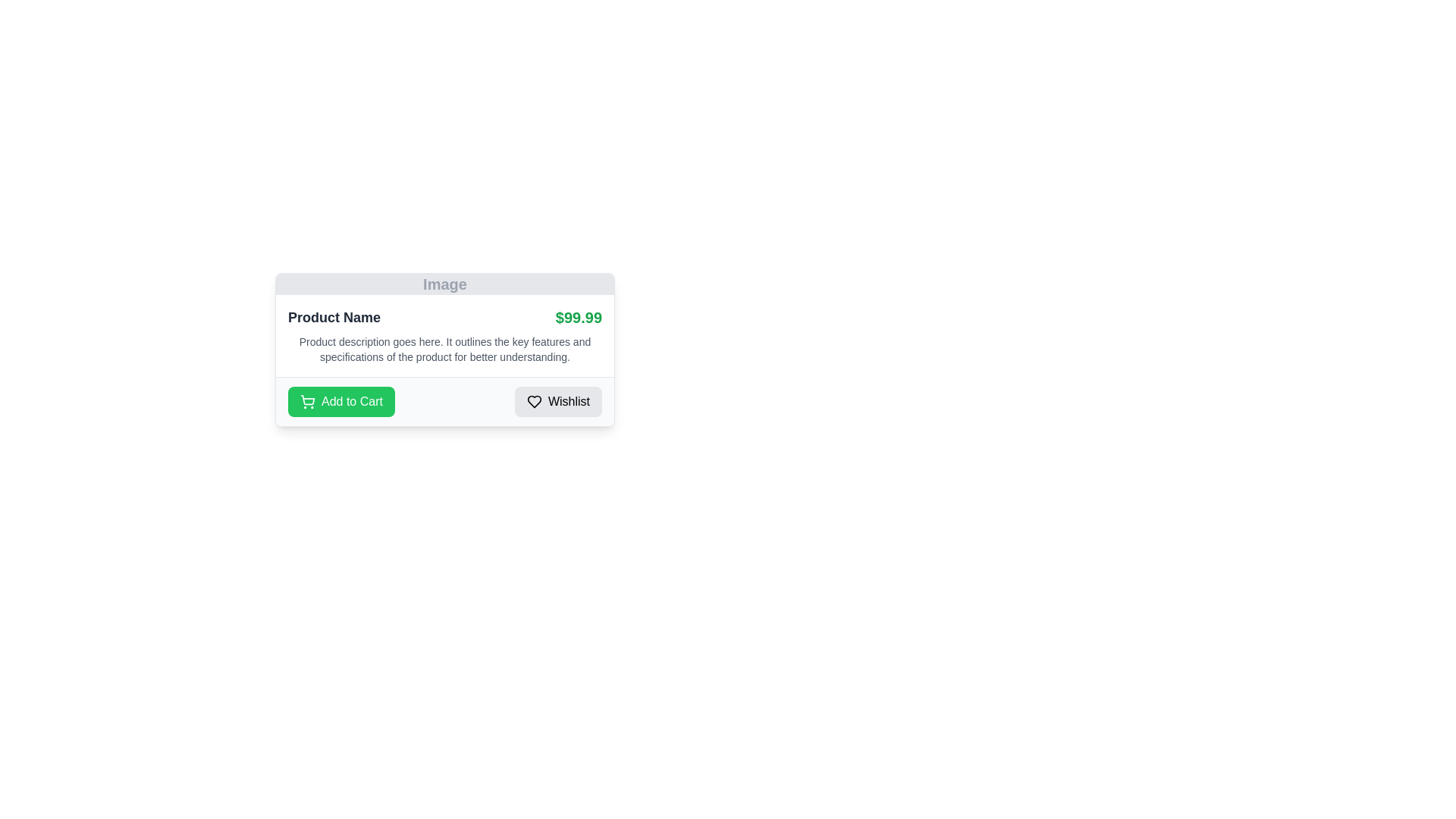  Describe the element at coordinates (351, 400) in the screenshot. I see `the text label that indicates 'Add to Cart' action, which is positioned in the bottom left of the product detail section, next to the grey 'Wishlist' button` at that location.